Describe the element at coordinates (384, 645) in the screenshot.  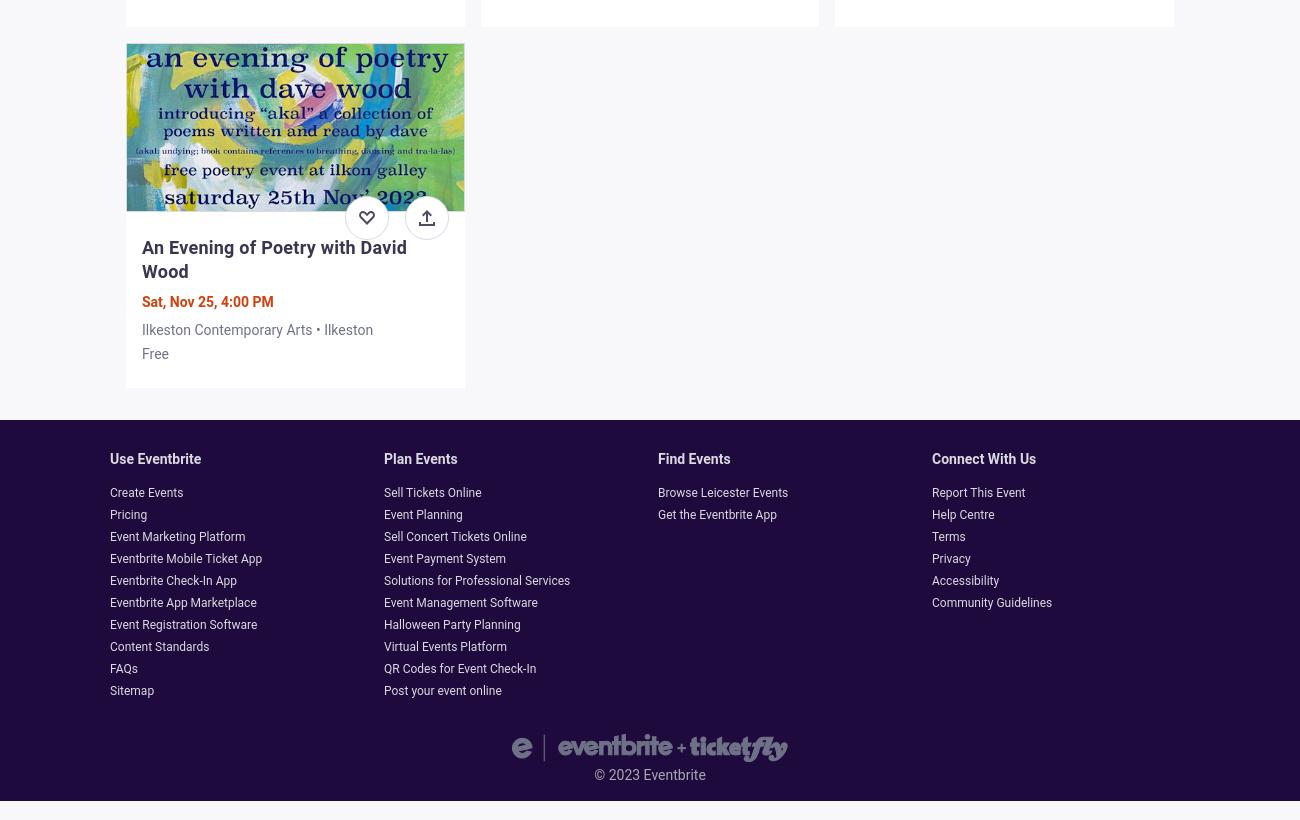
I see `'Virtual Events Platform'` at that location.